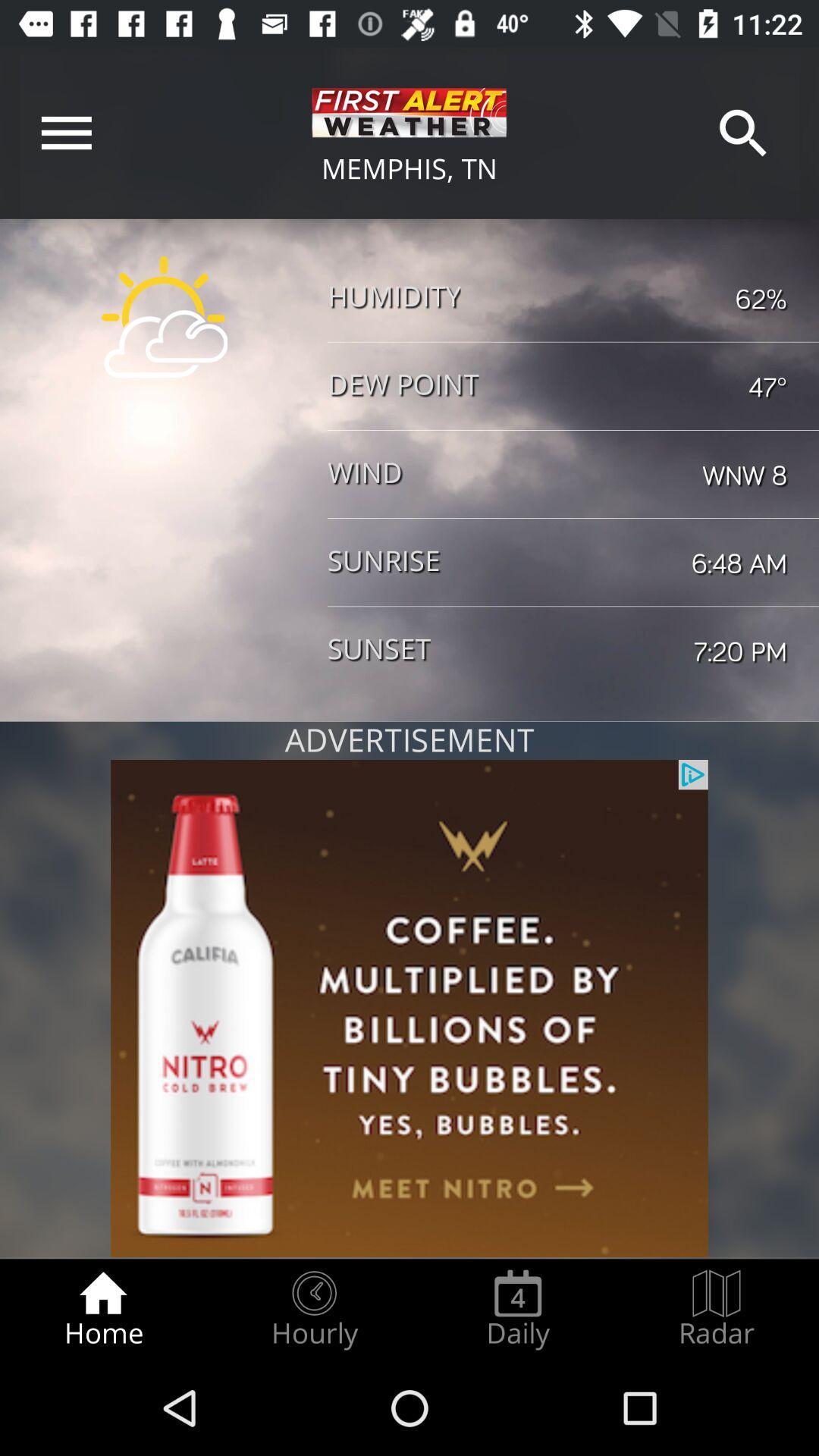  What do you see at coordinates (517, 1309) in the screenshot?
I see `the item next to hourly item` at bounding box center [517, 1309].